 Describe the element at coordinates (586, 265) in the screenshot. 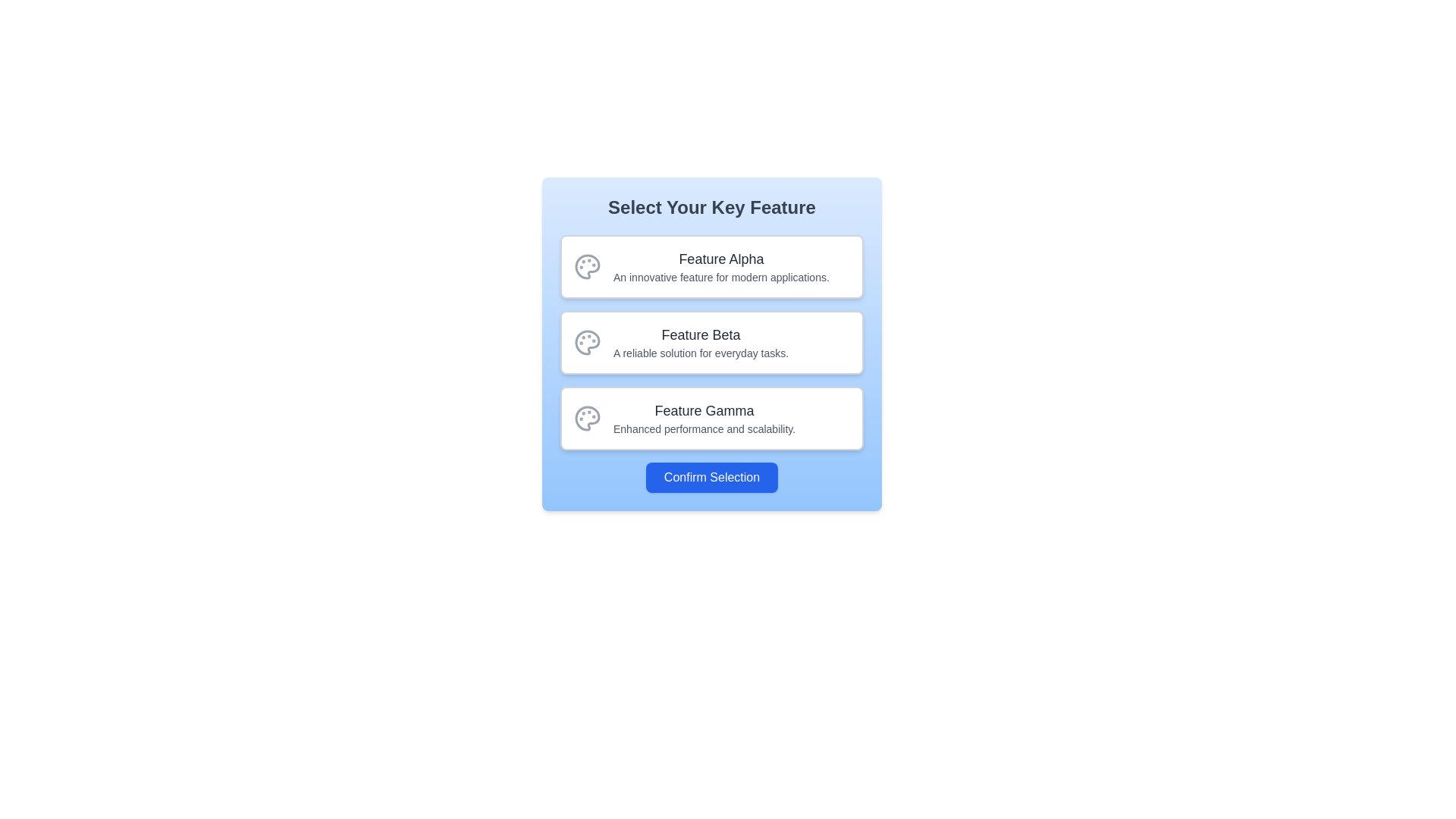

I see `the decorative icon associated with the 'Feature Alpha' card, located on the left side of the card and aligned centrally in height` at that location.